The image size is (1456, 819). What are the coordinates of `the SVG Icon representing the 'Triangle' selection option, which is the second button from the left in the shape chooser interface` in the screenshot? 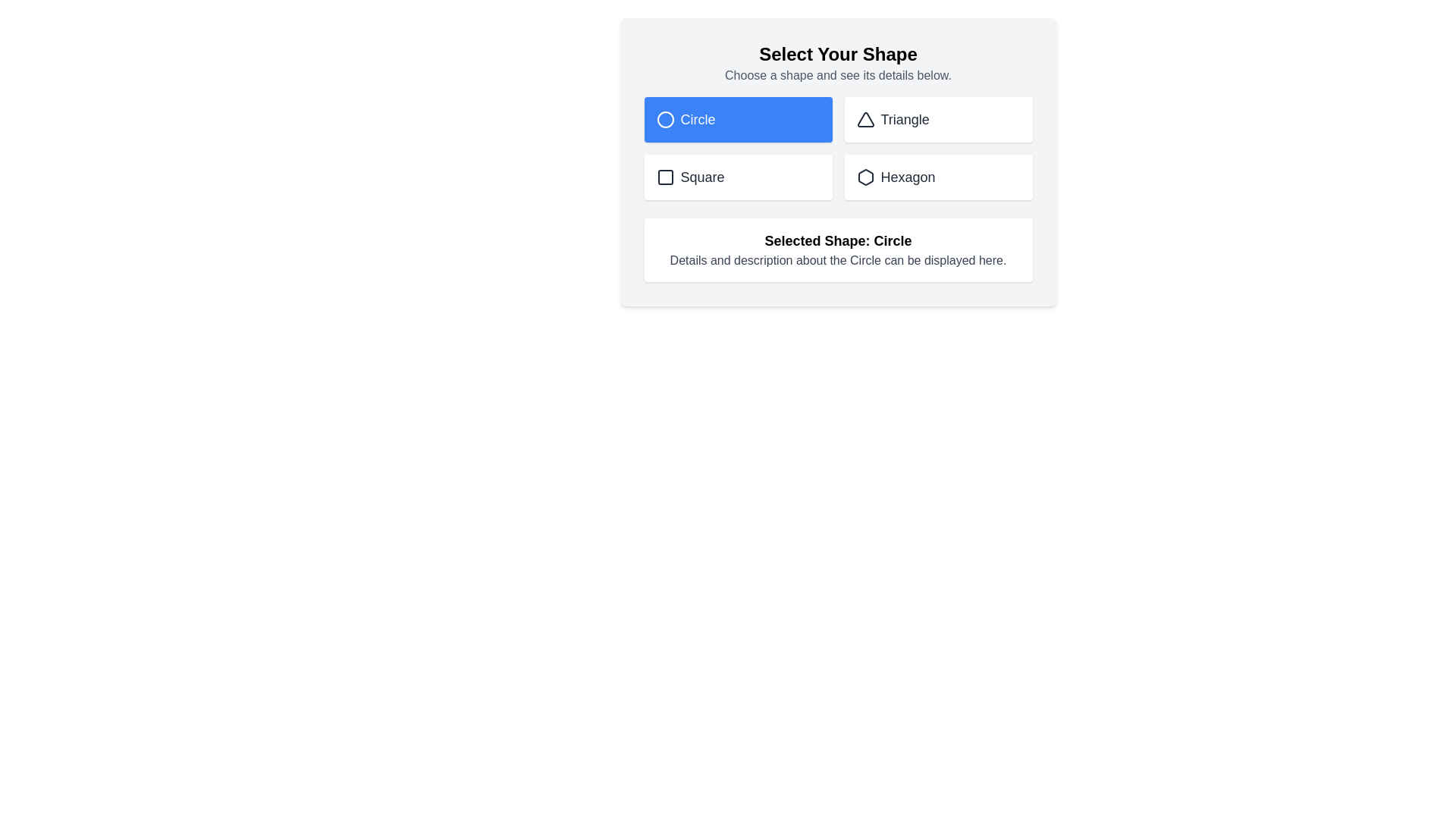 It's located at (865, 119).